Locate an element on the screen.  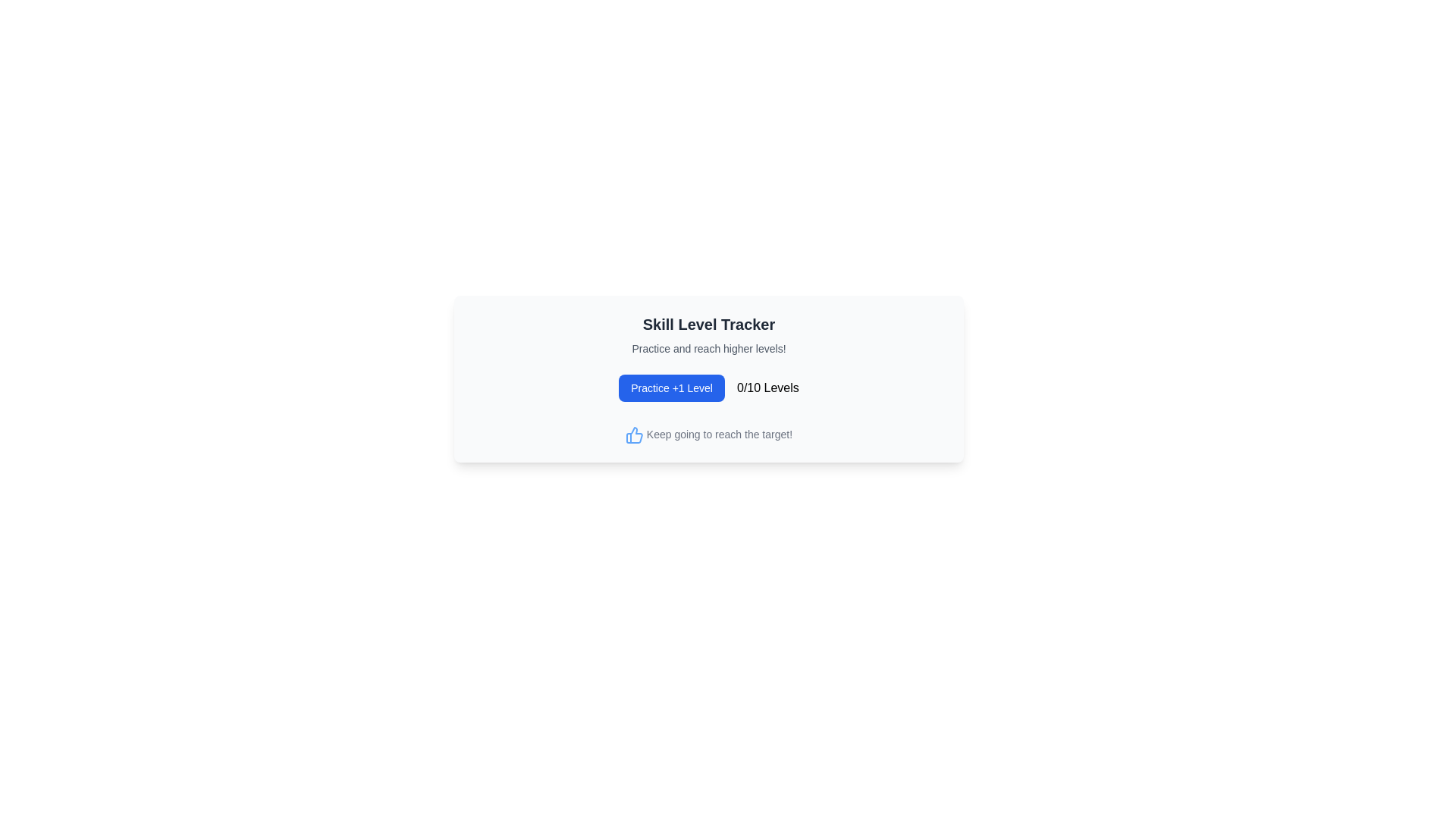
the text label displaying '0/10 Levels', which is styled in bold font and located to the right of the blue 'Practice +1 Level' button is located at coordinates (767, 388).